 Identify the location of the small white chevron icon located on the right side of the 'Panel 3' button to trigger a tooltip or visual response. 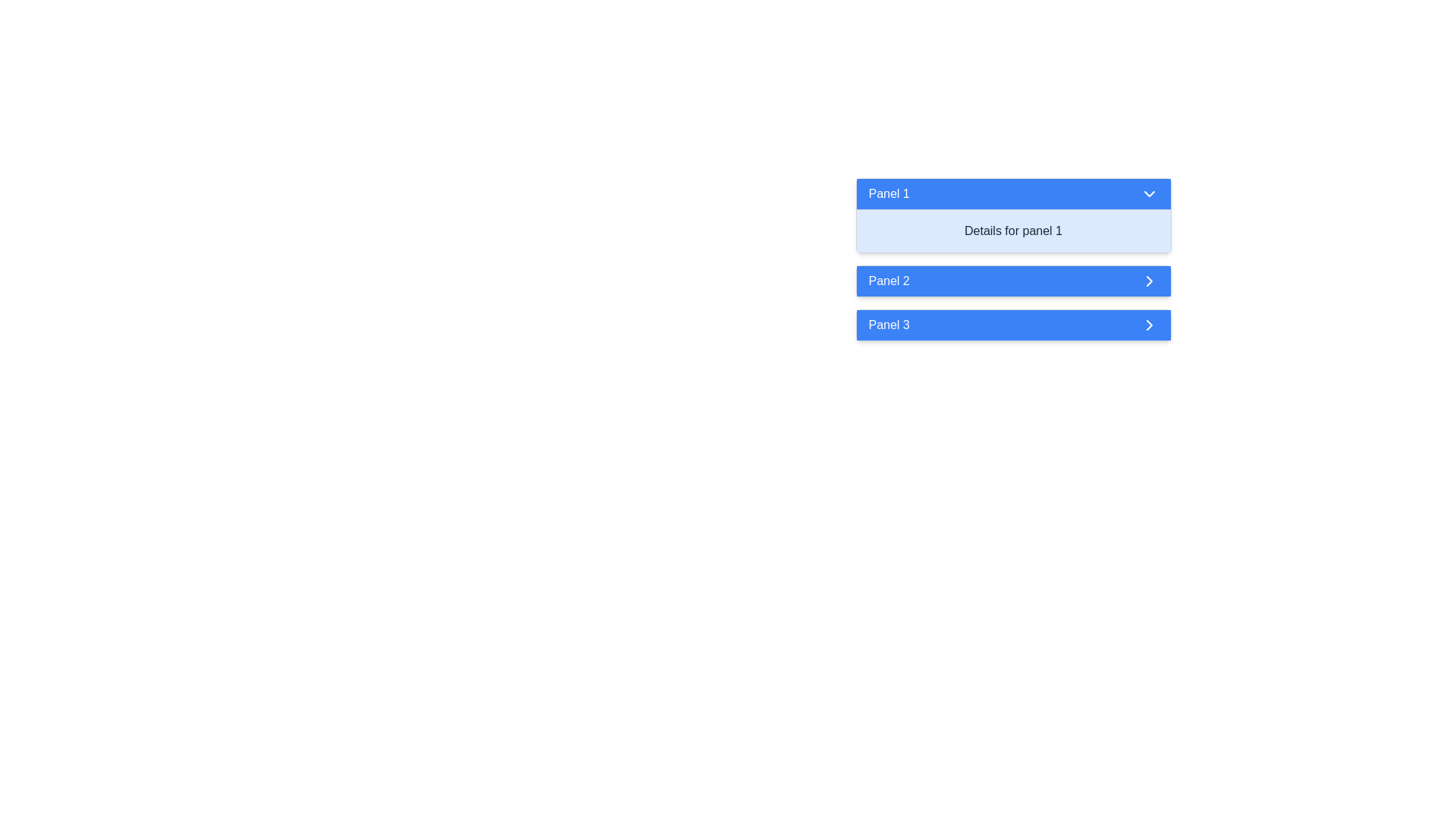
(1149, 324).